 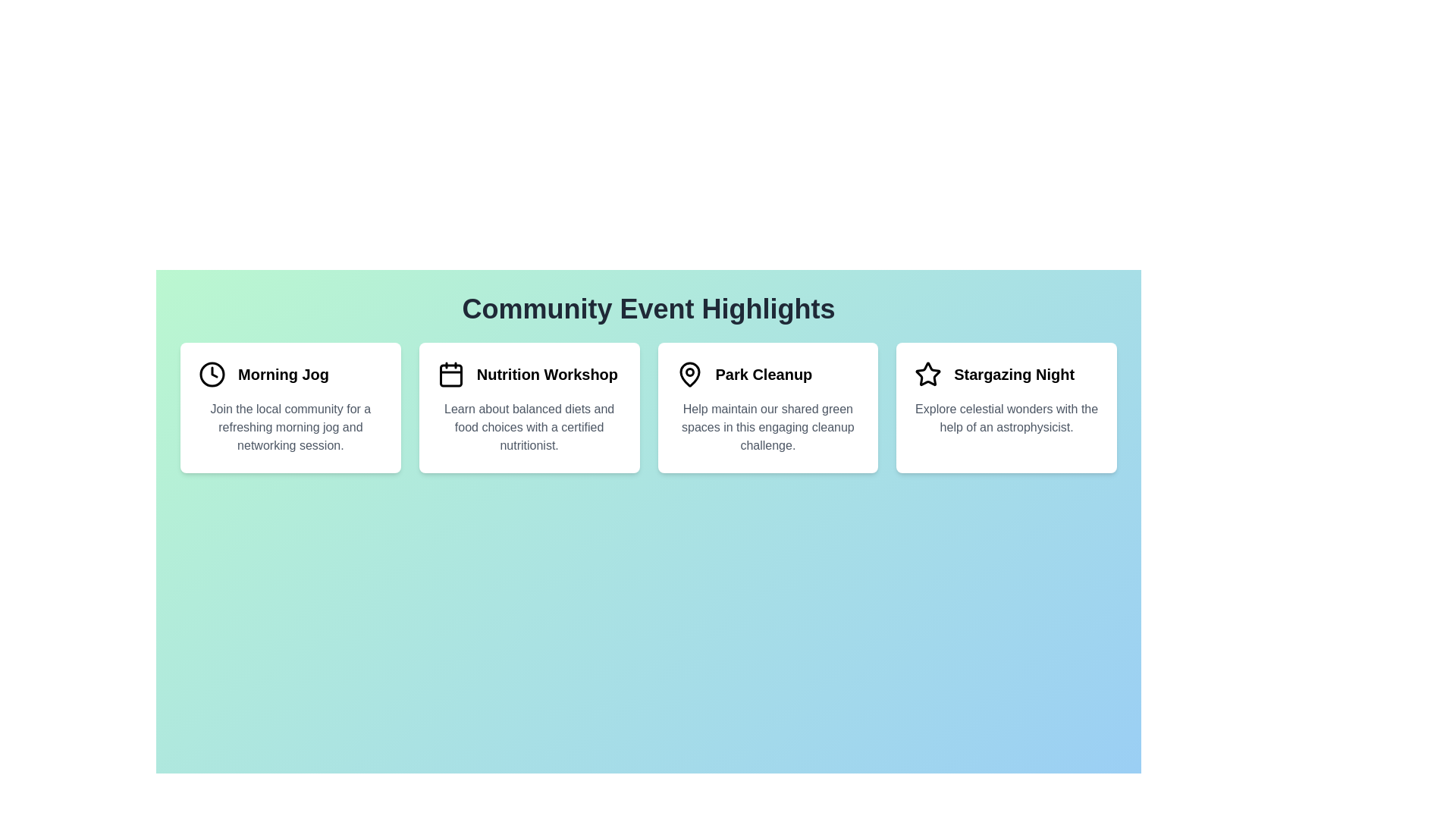 What do you see at coordinates (1006, 418) in the screenshot?
I see `the static text element that reads 'Explore celestial wonders with the help of an astrophysicist.', which is styled in gray and positioned below the bold title in the 'Stargazing Night' card` at bounding box center [1006, 418].